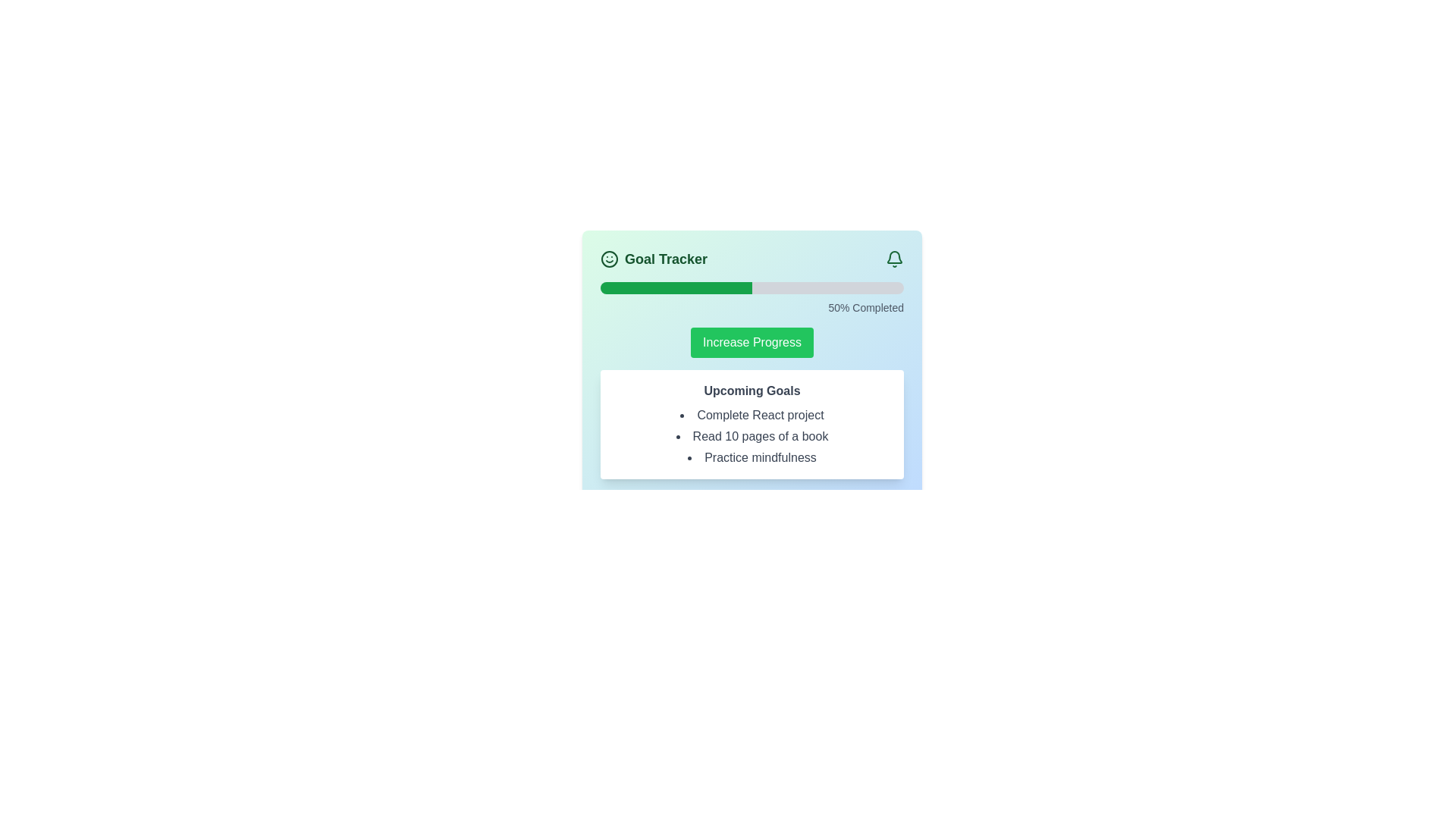 The image size is (1456, 819). Describe the element at coordinates (752, 363) in the screenshot. I see `the 'Increase Progress' button on the Goal Tracker card, which features a gradient background and a progress bar marked at 50%` at that location.